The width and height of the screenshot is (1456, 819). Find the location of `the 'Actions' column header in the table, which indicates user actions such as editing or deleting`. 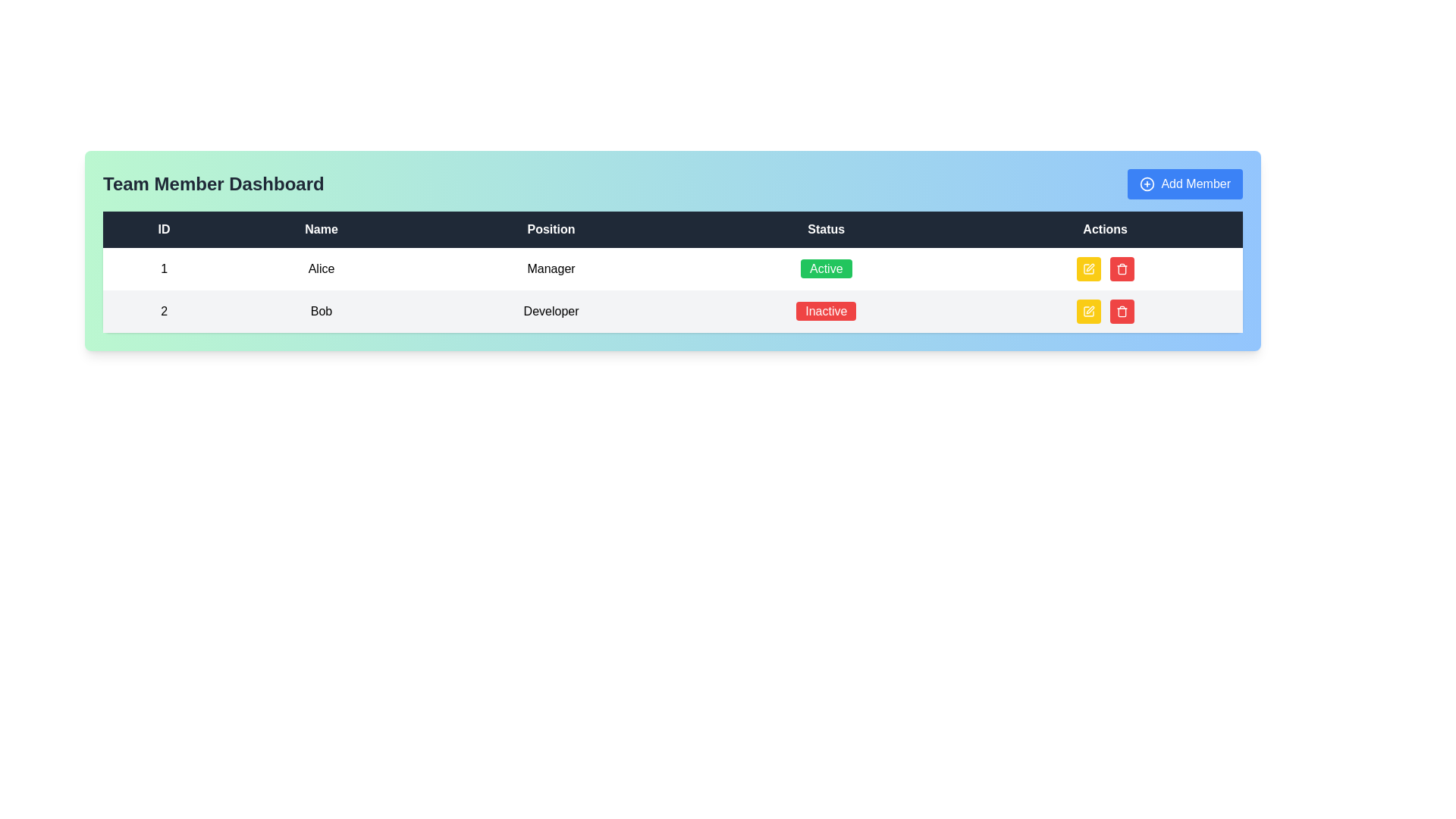

the 'Actions' column header in the table, which indicates user actions such as editing or deleting is located at coordinates (1105, 230).